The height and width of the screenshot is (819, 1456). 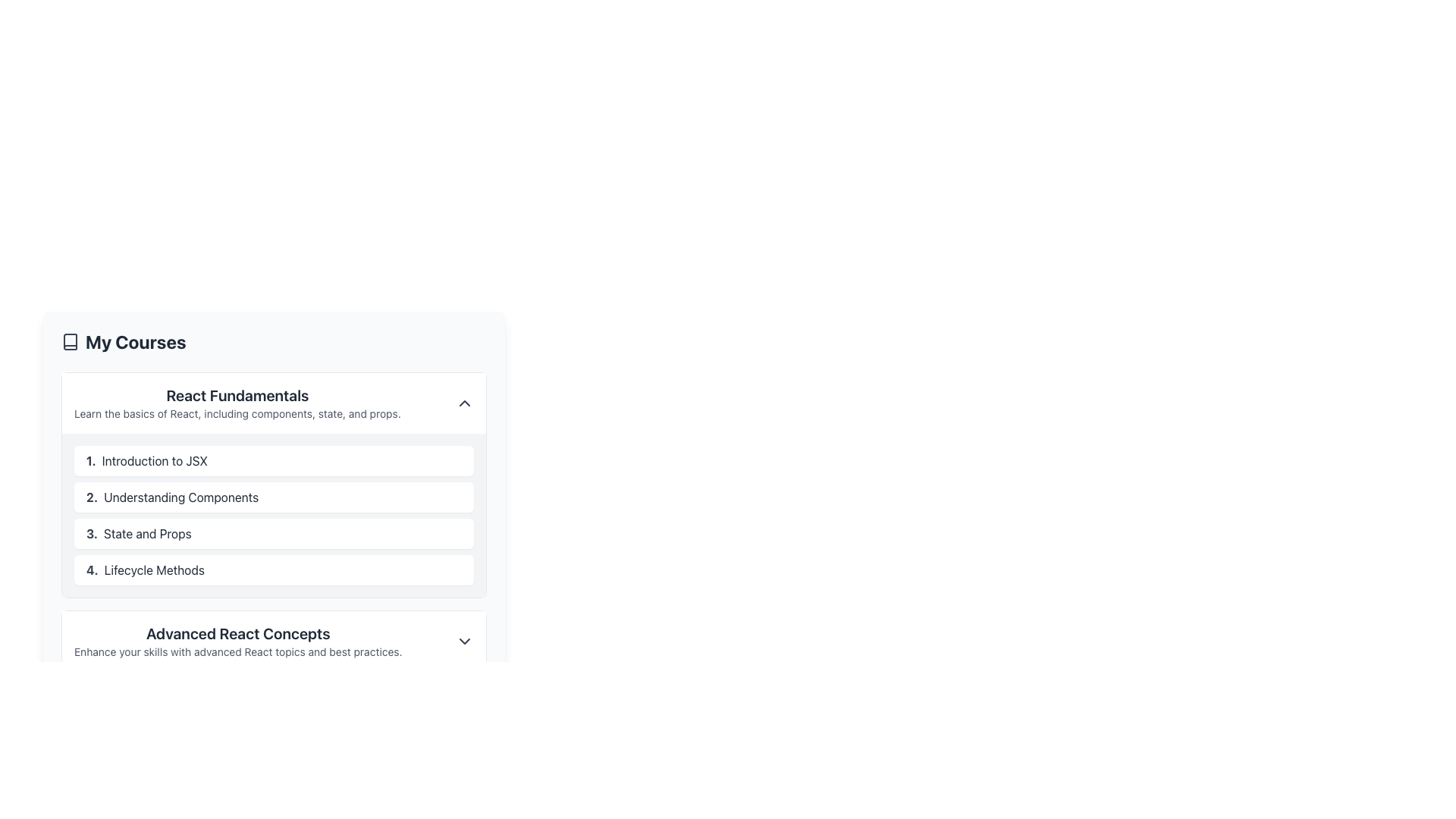 What do you see at coordinates (91, 570) in the screenshot?
I see `the text content adjacent to the fourth item label 'Lifecycle Methods' in the structured list under 'React Fundamentals.'` at bounding box center [91, 570].